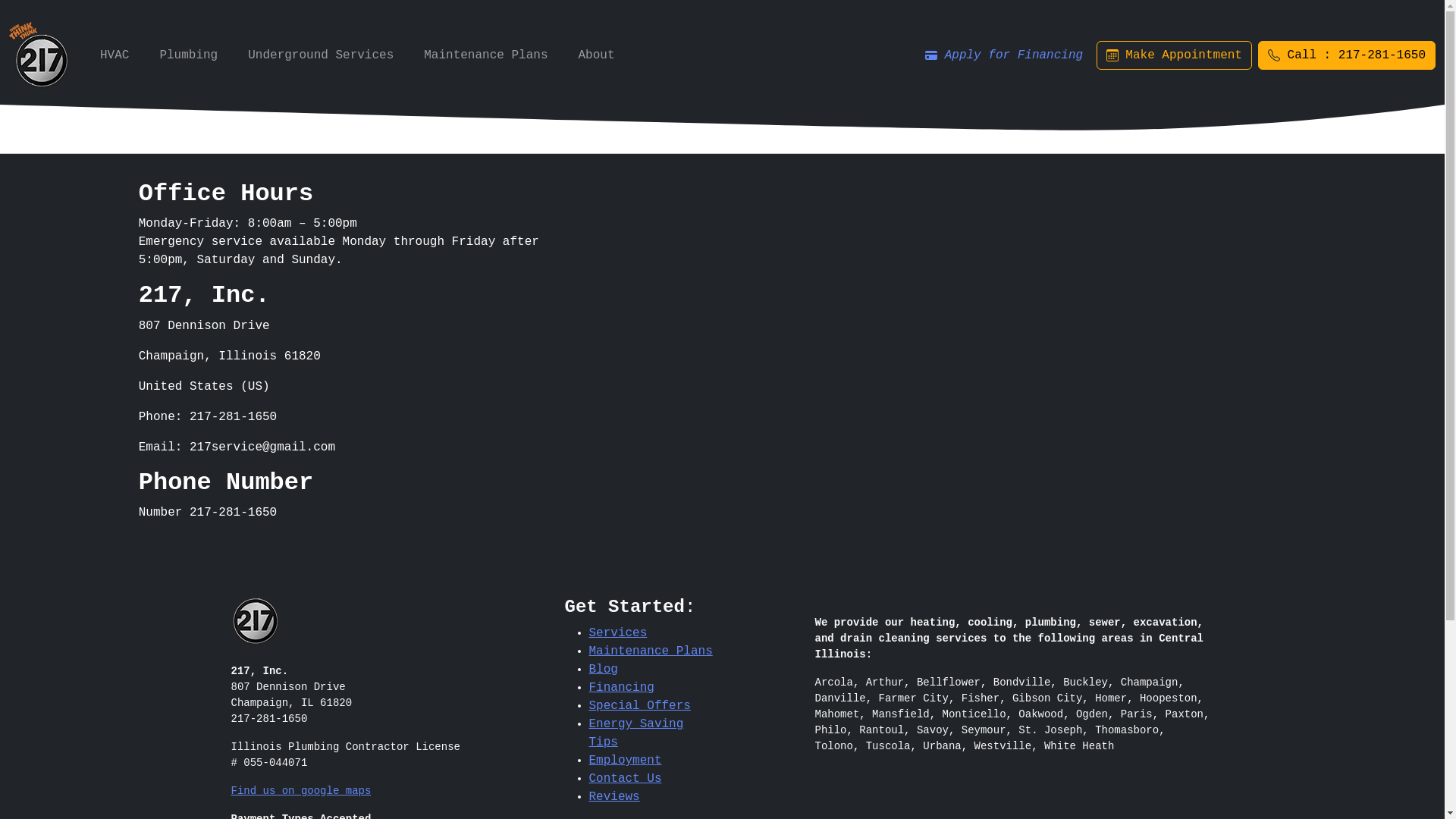 The width and height of the screenshot is (1456, 819). I want to click on 'Employment', so click(588, 760).